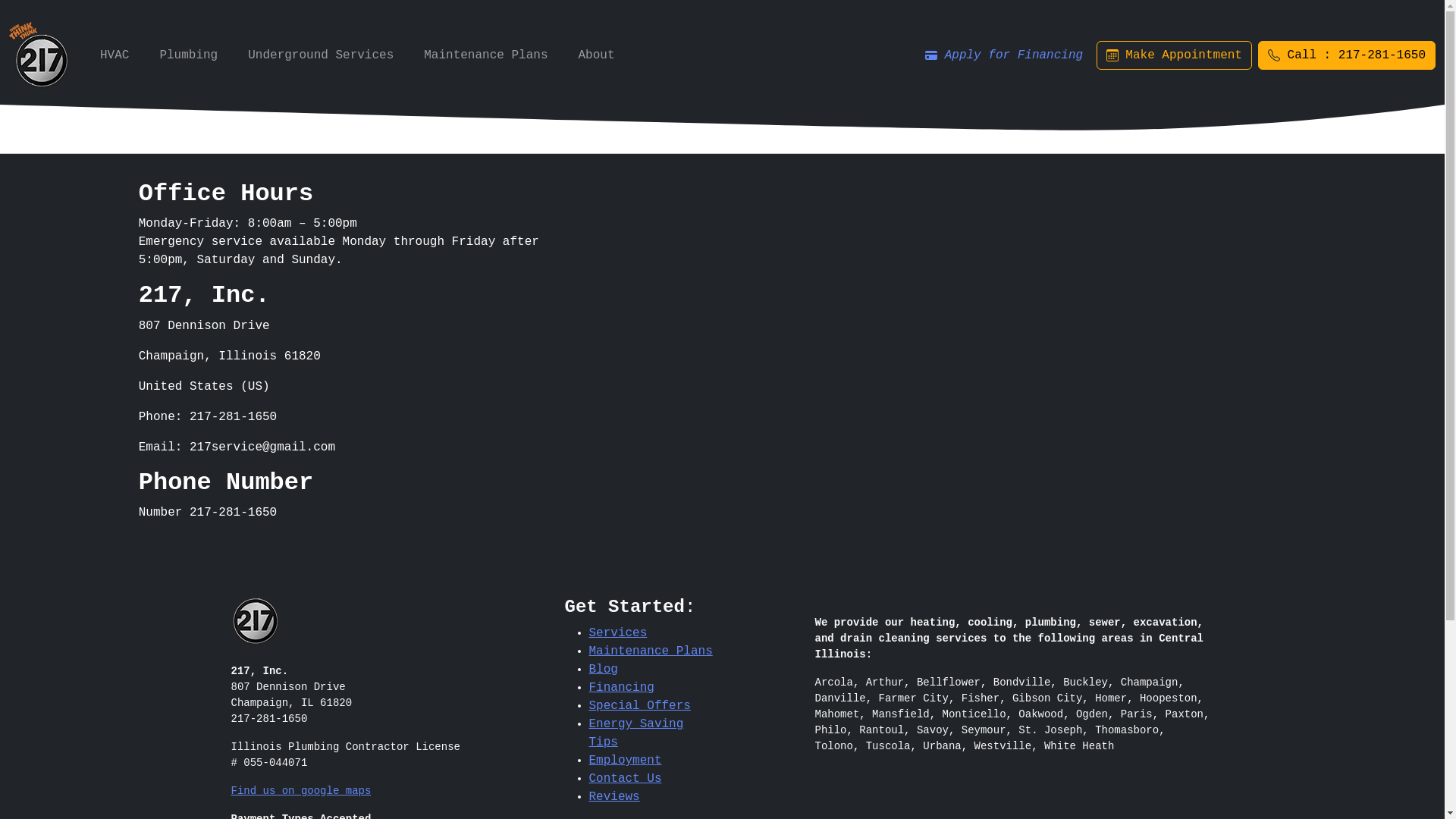 The width and height of the screenshot is (1456, 819). I want to click on 'Employment', so click(588, 760).